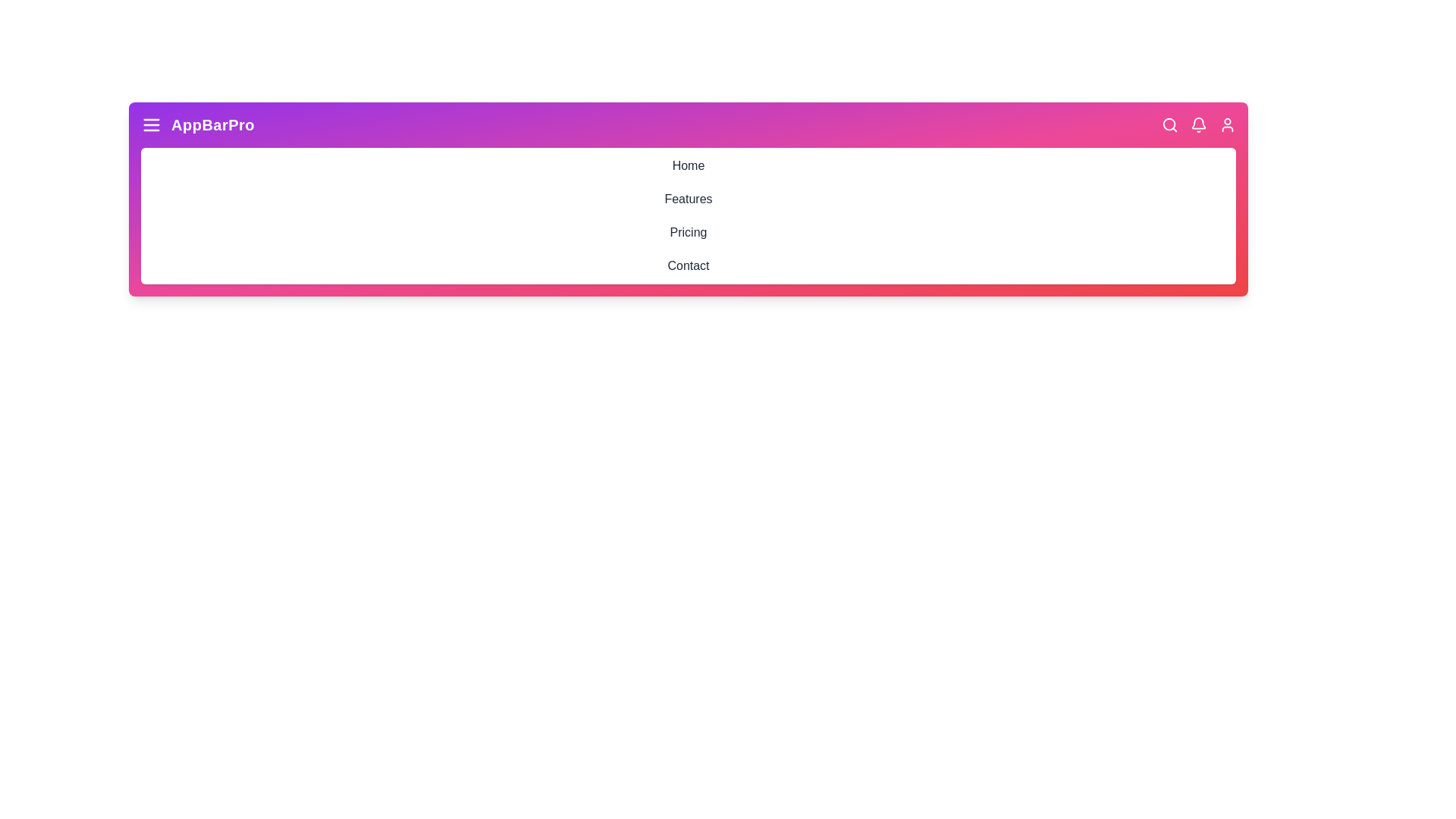 The image size is (1456, 819). I want to click on the navigation menu item Home, so click(687, 166).